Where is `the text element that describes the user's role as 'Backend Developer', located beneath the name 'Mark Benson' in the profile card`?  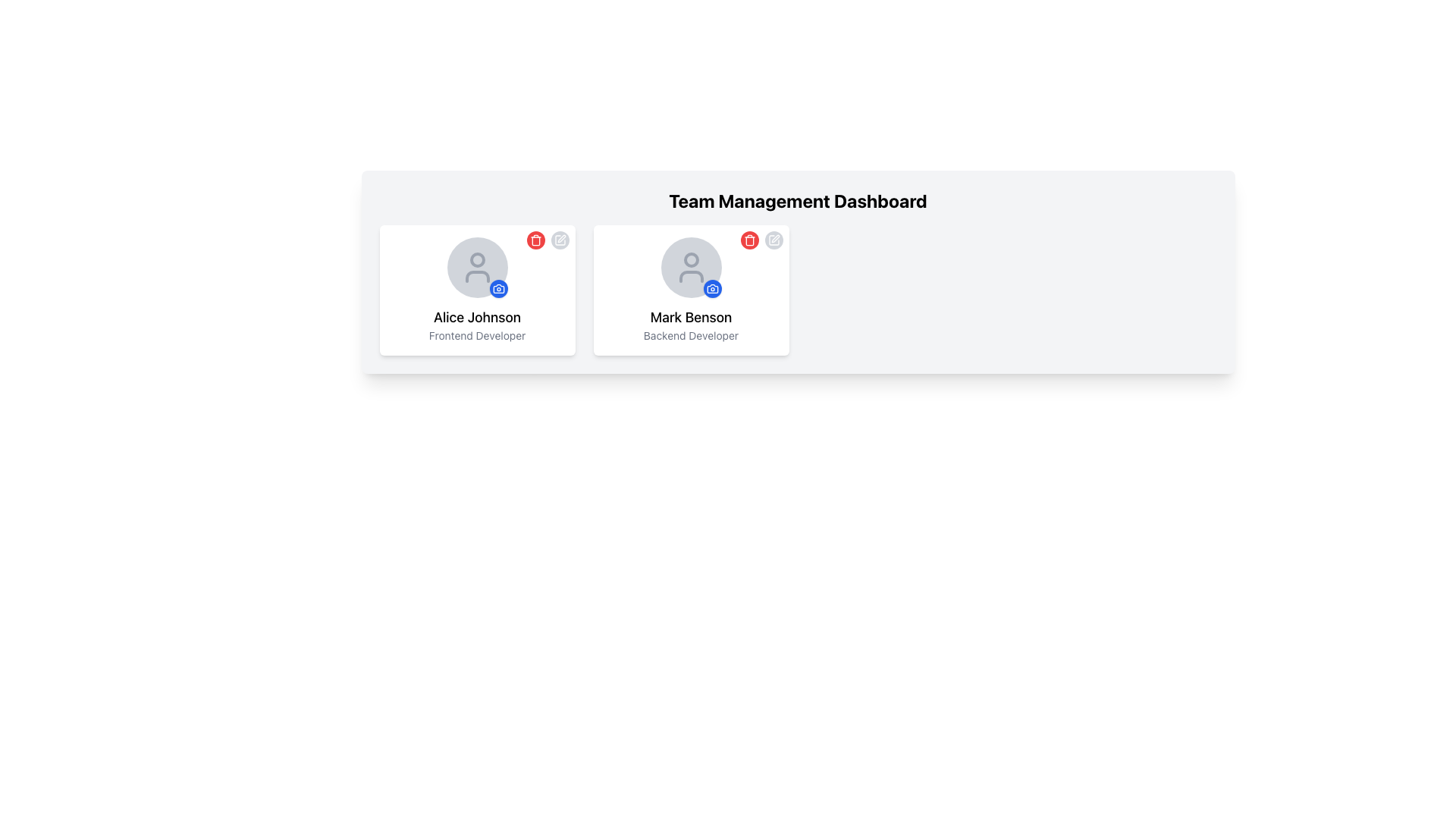
the text element that describes the user's role as 'Backend Developer', located beneath the name 'Mark Benson' in the profile card is located at coordinates (690, 335).